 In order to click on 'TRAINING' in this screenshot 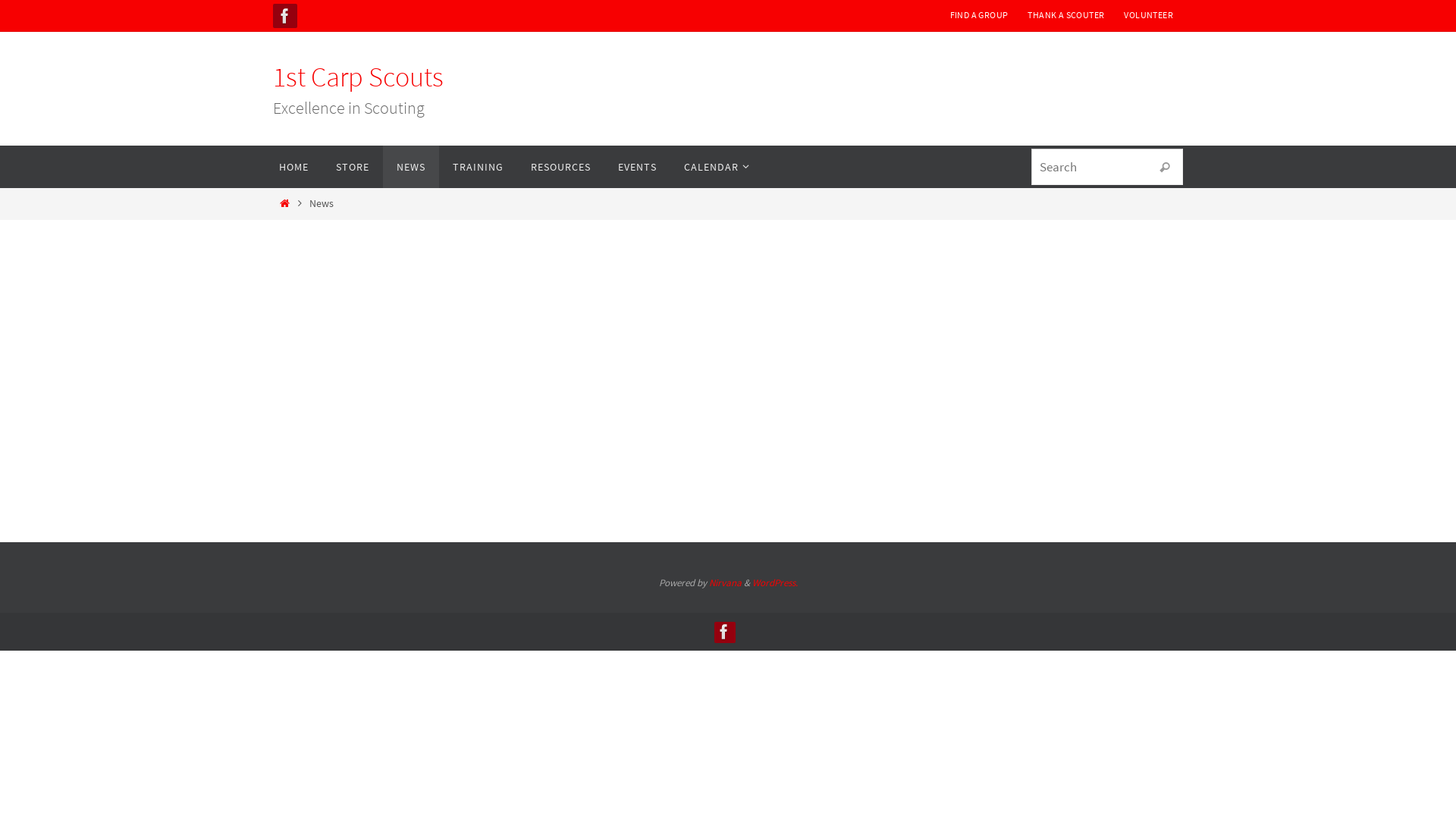, I will do `click(438, 166)`.